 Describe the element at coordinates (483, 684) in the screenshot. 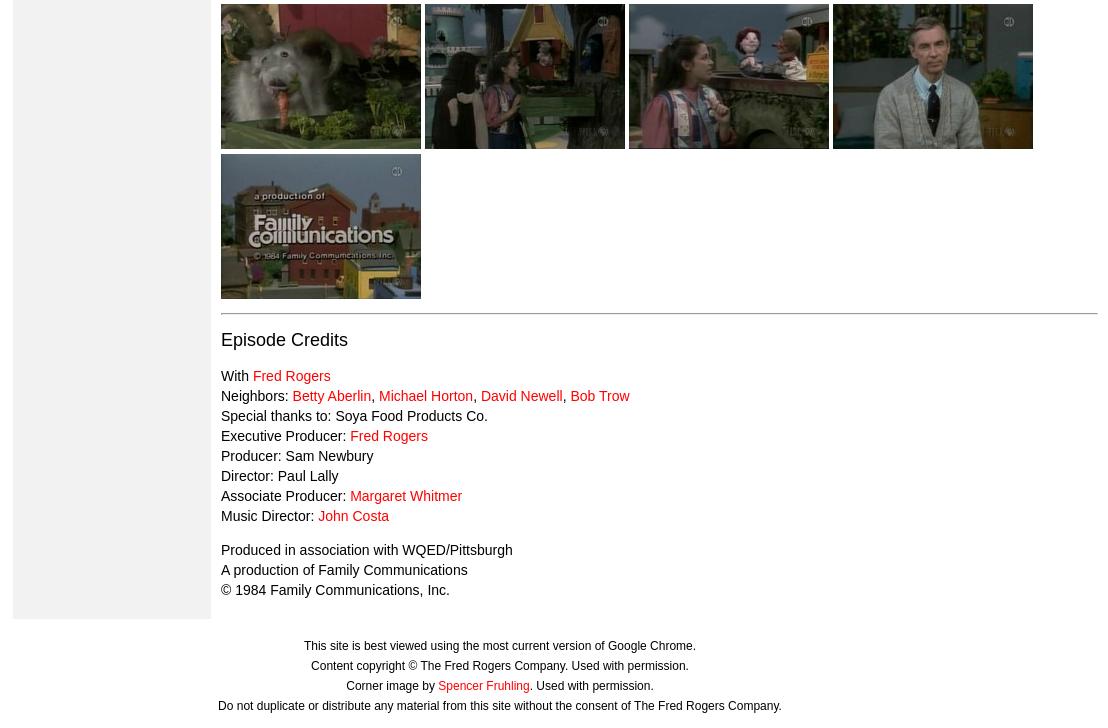

I see `'Spencer Fruhling'` at that location.